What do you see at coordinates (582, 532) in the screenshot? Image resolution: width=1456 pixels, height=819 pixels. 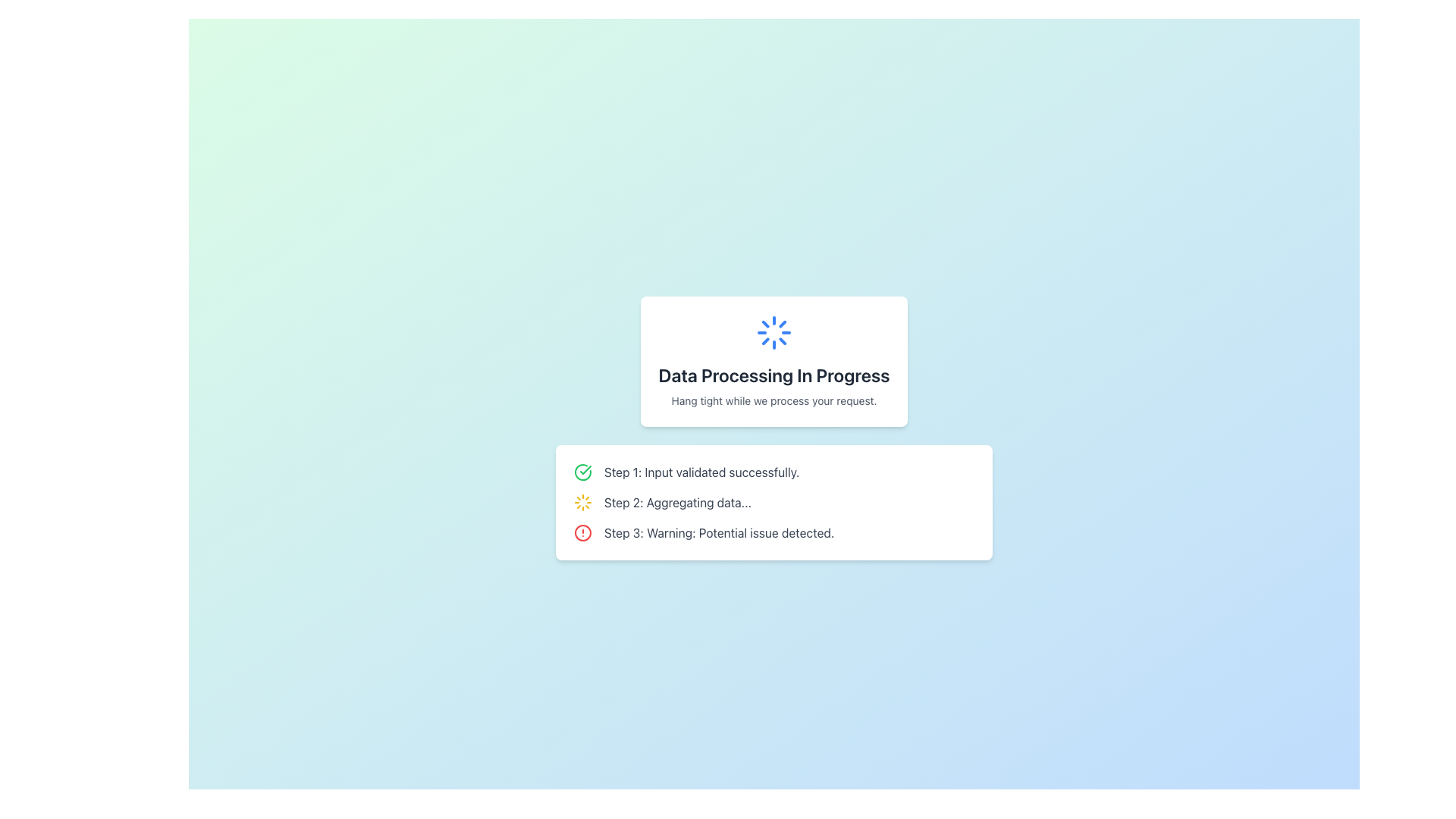 I see `the red circular SVG element that is part of the alert icon, positioned centrally in the interface alongside the text 'Step 3: Warning: Potential issue detected.'` at bounding box center [582, 532].